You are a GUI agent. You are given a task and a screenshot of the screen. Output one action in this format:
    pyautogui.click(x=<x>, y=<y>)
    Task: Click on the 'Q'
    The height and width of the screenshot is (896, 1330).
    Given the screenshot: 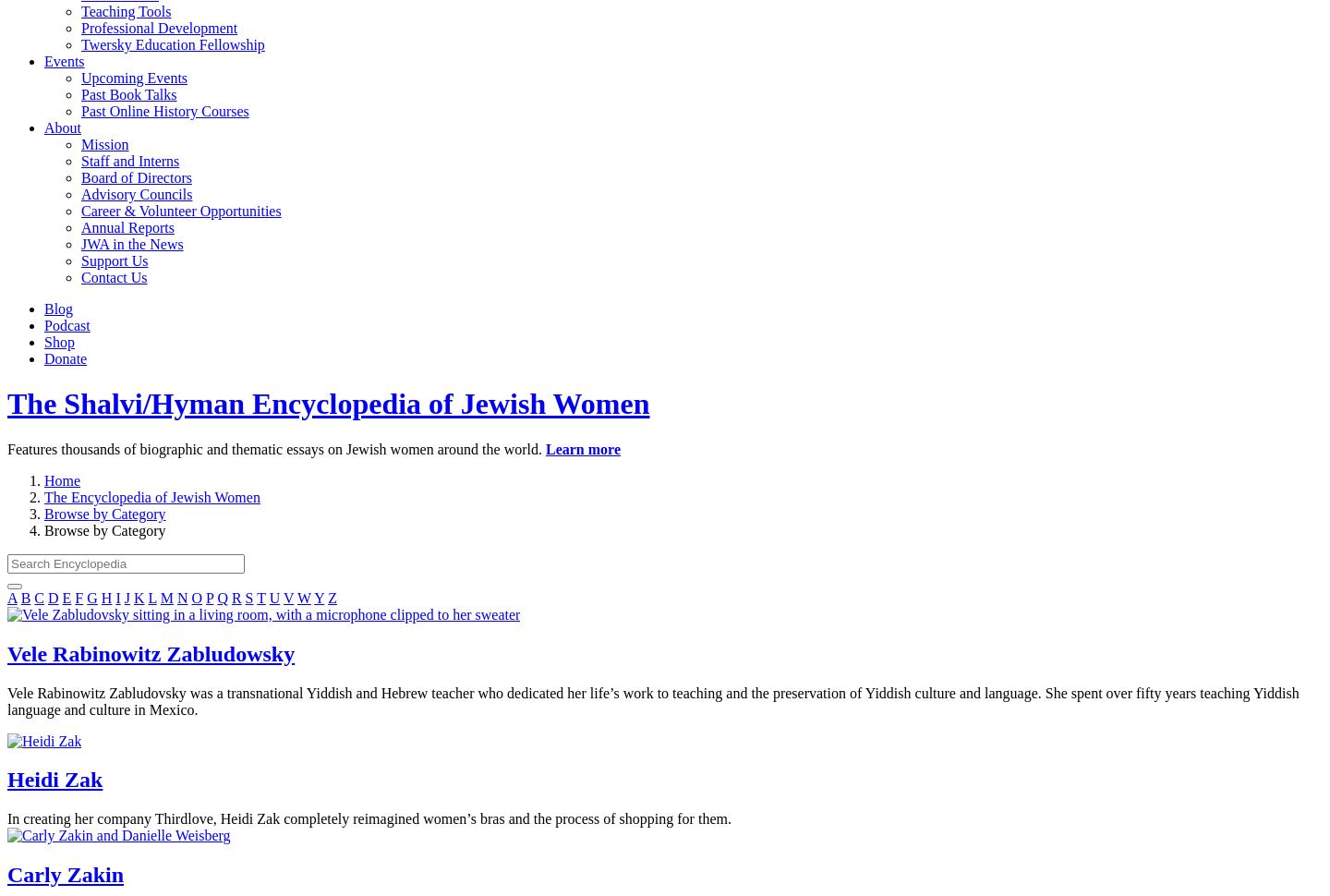 What is the action you would take?
    pyautogui.click(x=217, y=596)
    